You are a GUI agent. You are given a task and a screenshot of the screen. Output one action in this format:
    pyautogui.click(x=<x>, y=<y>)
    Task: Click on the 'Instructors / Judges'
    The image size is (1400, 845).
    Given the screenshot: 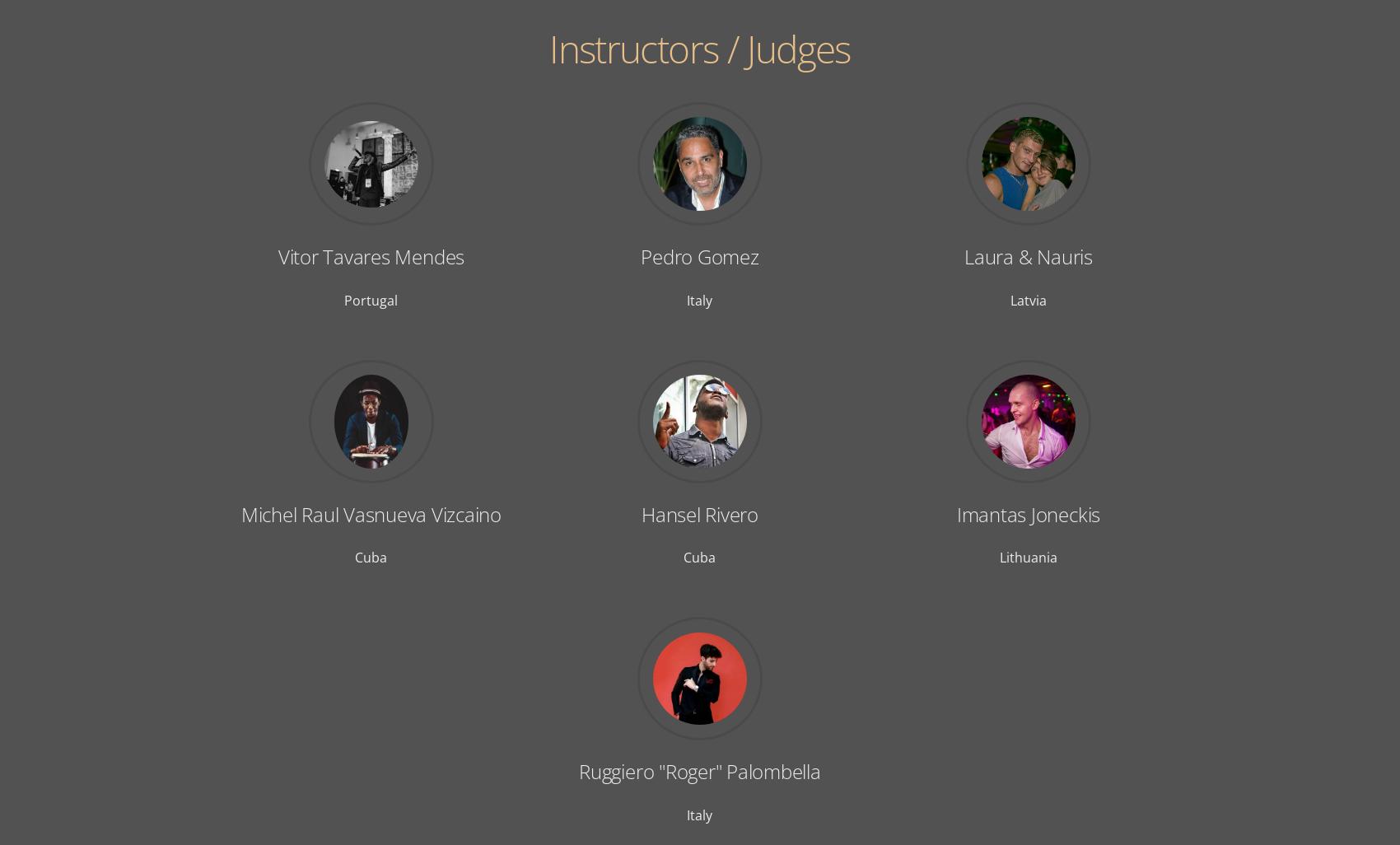 What is the action you would take?
    pyautogui.click(x=698, y=46)
    